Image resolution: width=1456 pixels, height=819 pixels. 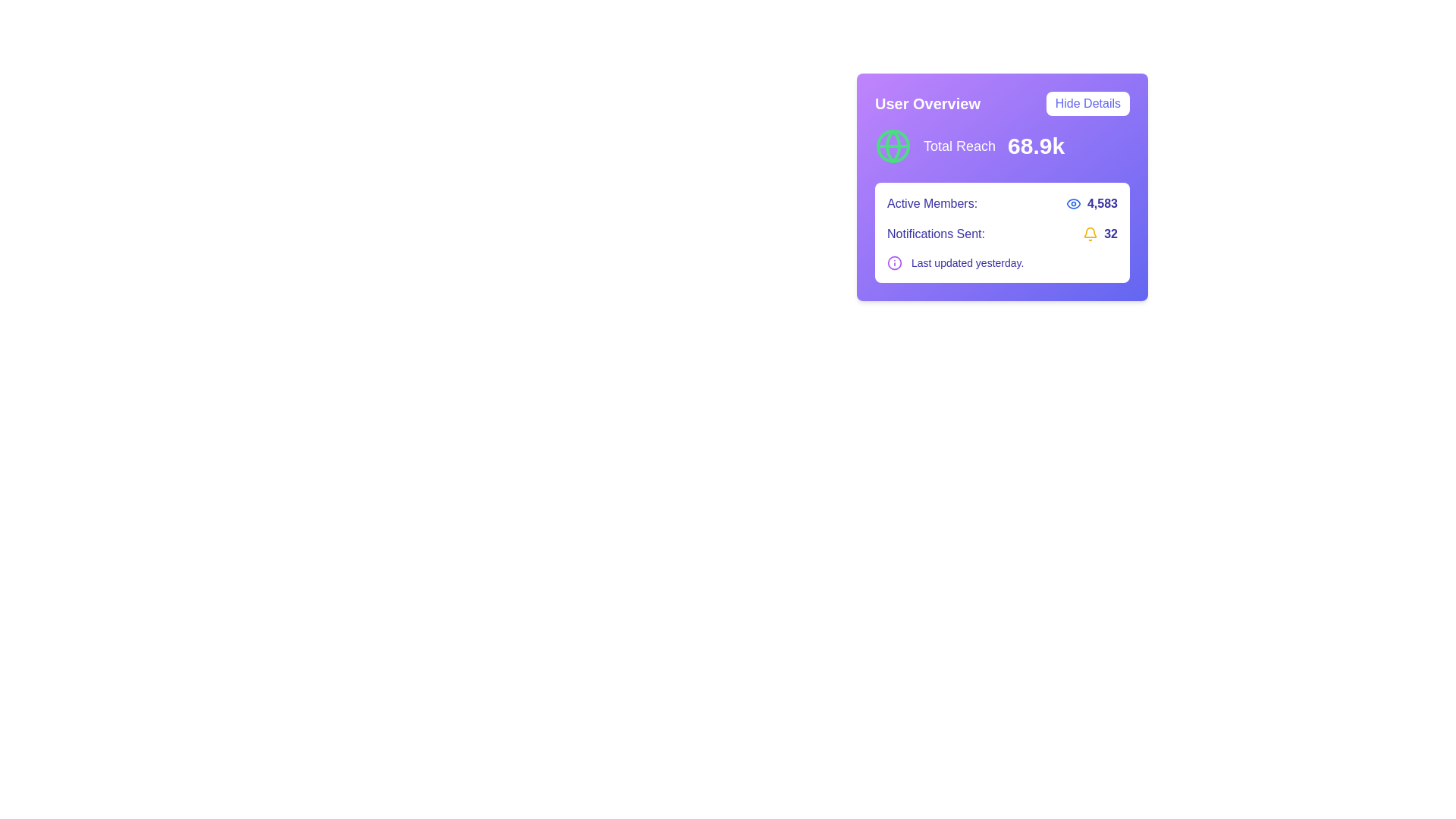 I want to click on the circular element that serves as the outermost part of the informational icon located in the top-right corner of the purple 'User Overview' card, so click(x=895, y=262).